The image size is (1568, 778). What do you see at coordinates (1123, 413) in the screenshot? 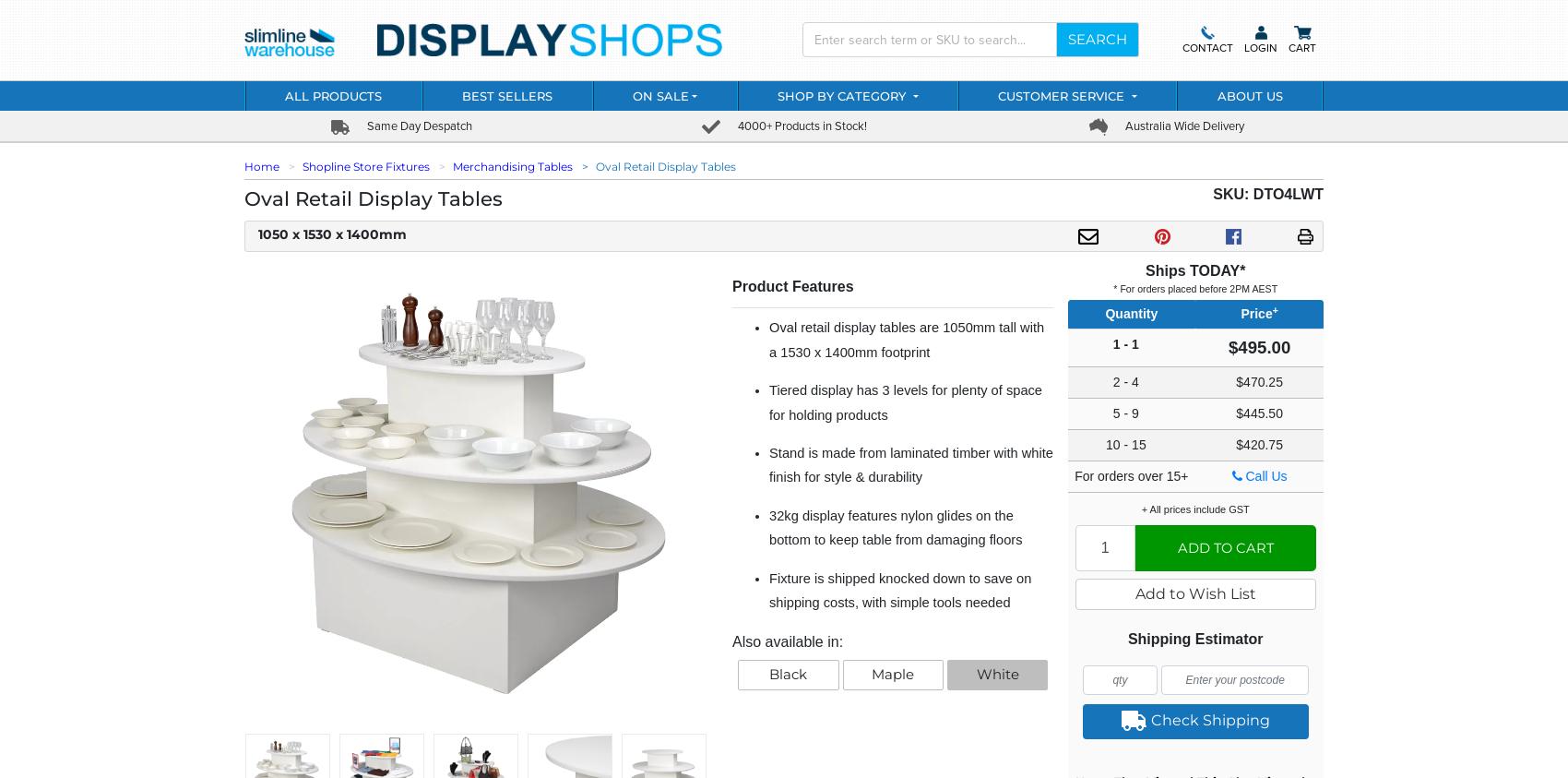
I see `'5 - 9'` at bounding box center [1123, 413].